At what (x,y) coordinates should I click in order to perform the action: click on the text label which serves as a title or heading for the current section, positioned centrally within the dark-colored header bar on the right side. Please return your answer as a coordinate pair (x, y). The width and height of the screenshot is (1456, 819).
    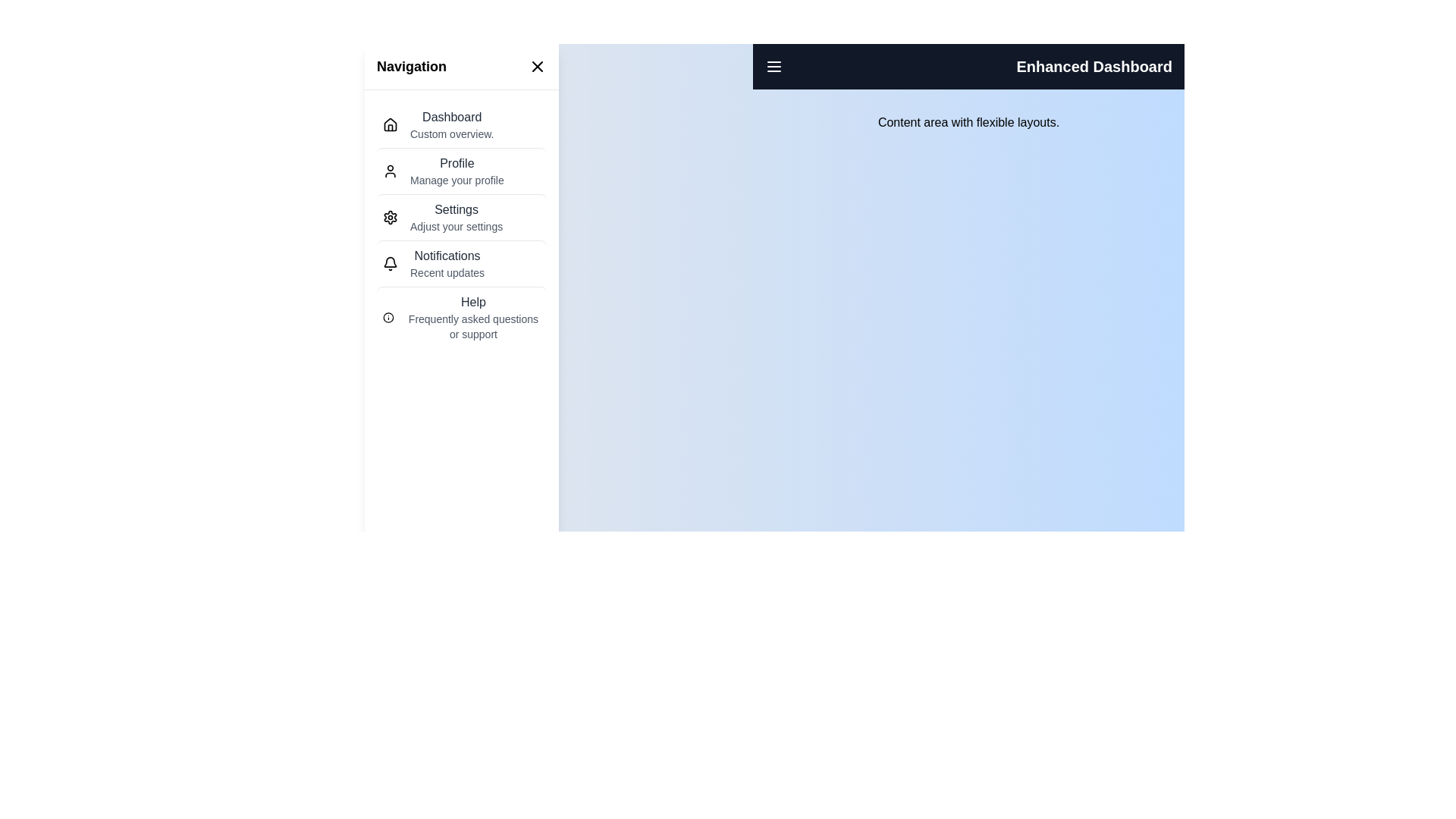
    Looking at the image, I should click on (1094, 66).